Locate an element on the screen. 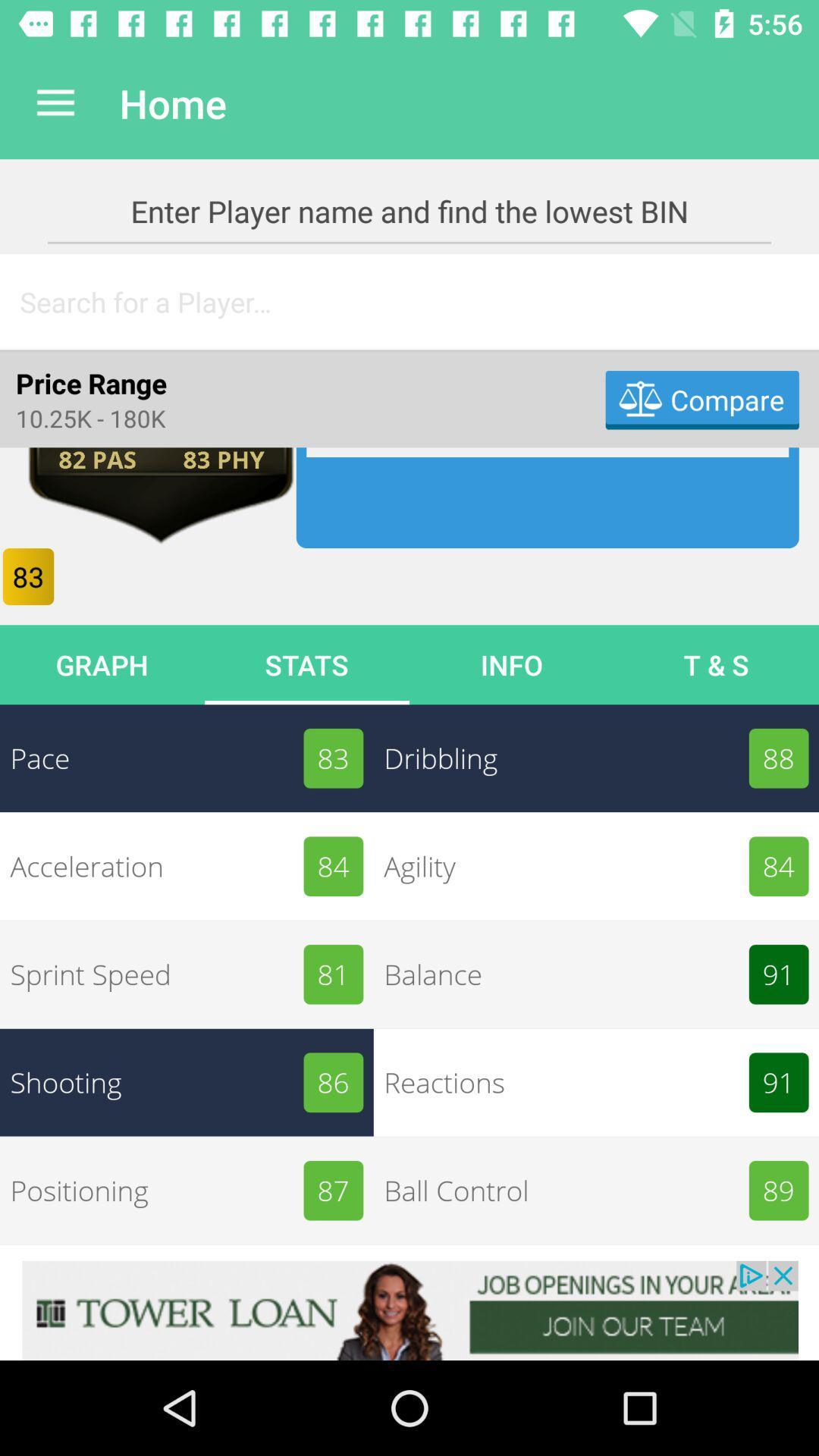 This screenshot has height=1456, width=819. search bar is located at coordinates (409, 302).